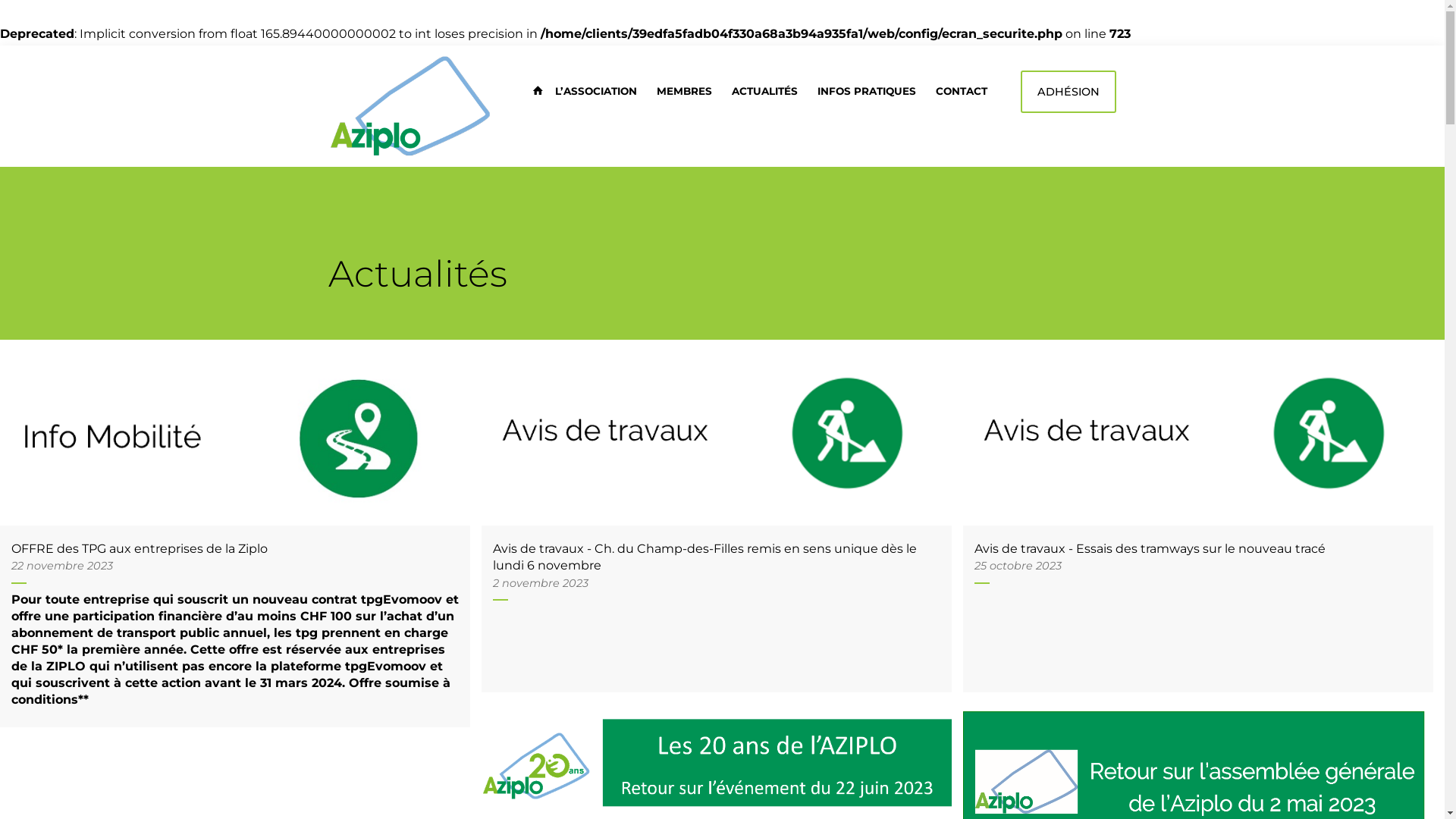 The width and height of the screenshot is (1456, 819). I want to click on 'AZIPLO logo', so click(410, 105).